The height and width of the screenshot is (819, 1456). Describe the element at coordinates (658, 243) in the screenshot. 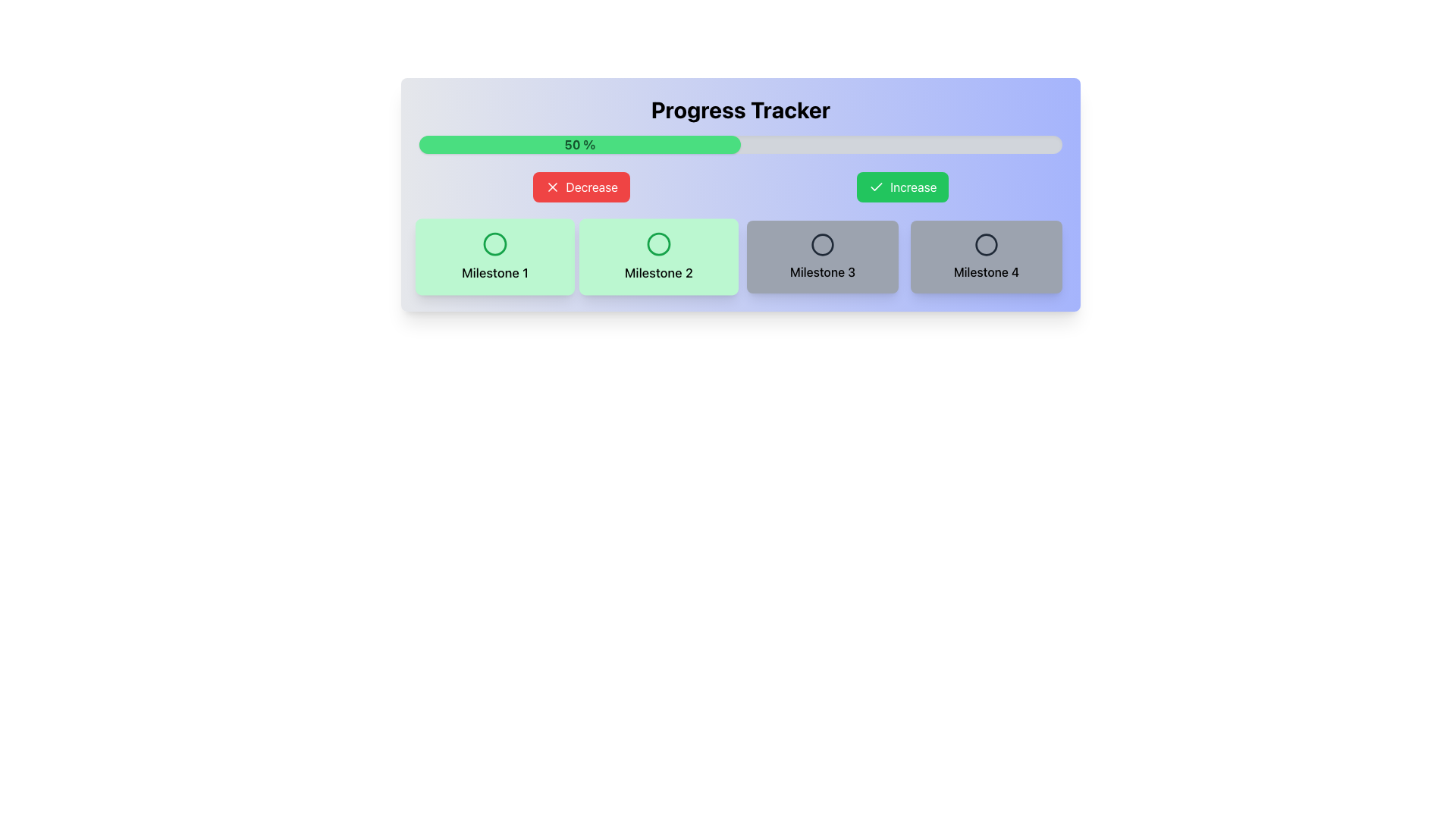

I see `the circular icon representing the second milestone in the progress tracker for 'Milestone 2'` at that location.